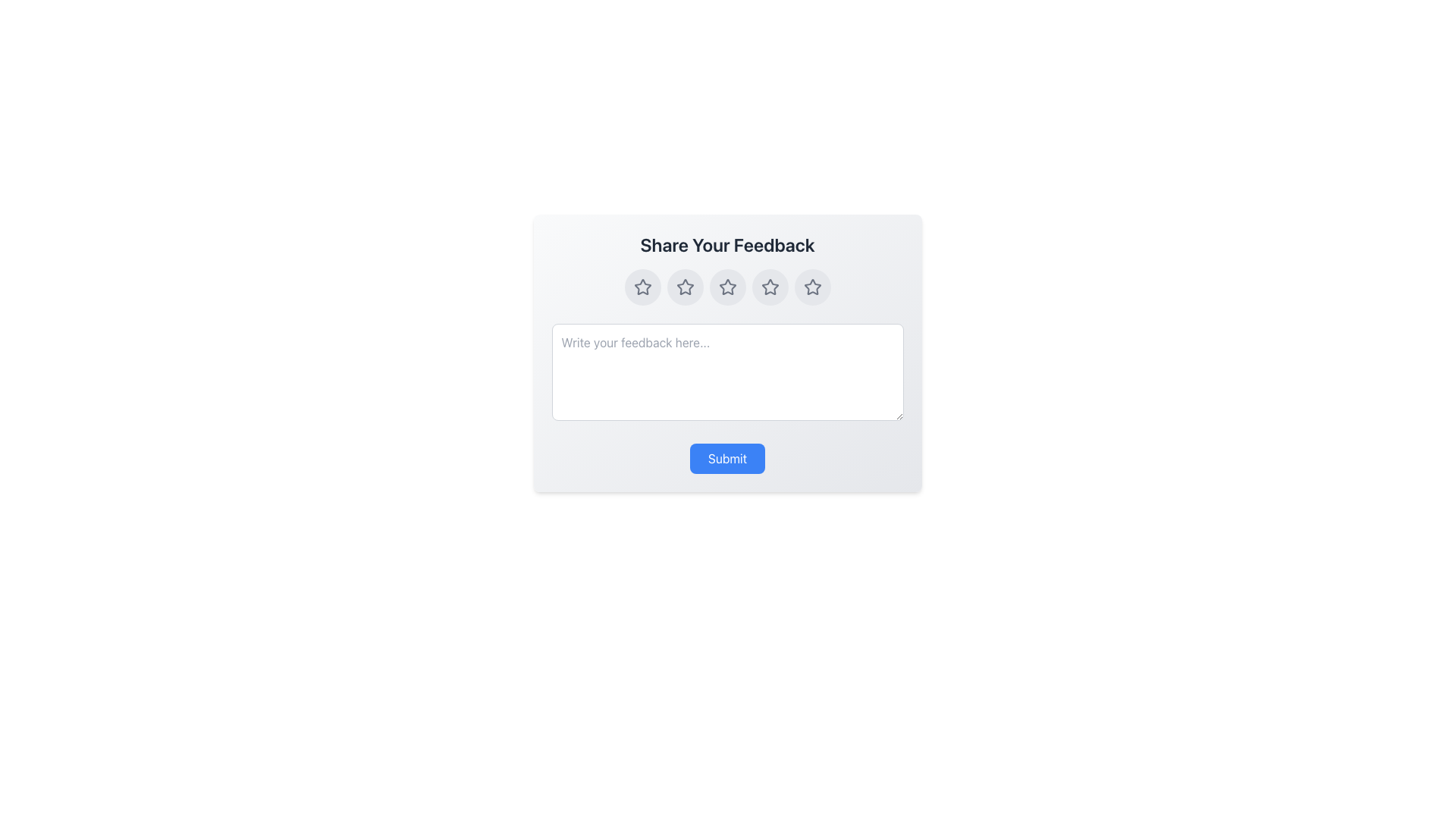 The width and height of the screenshot is (1456, 819). Describe the element at coordinates (684, 287) in the screenshot. I see `the second star button` at that location.